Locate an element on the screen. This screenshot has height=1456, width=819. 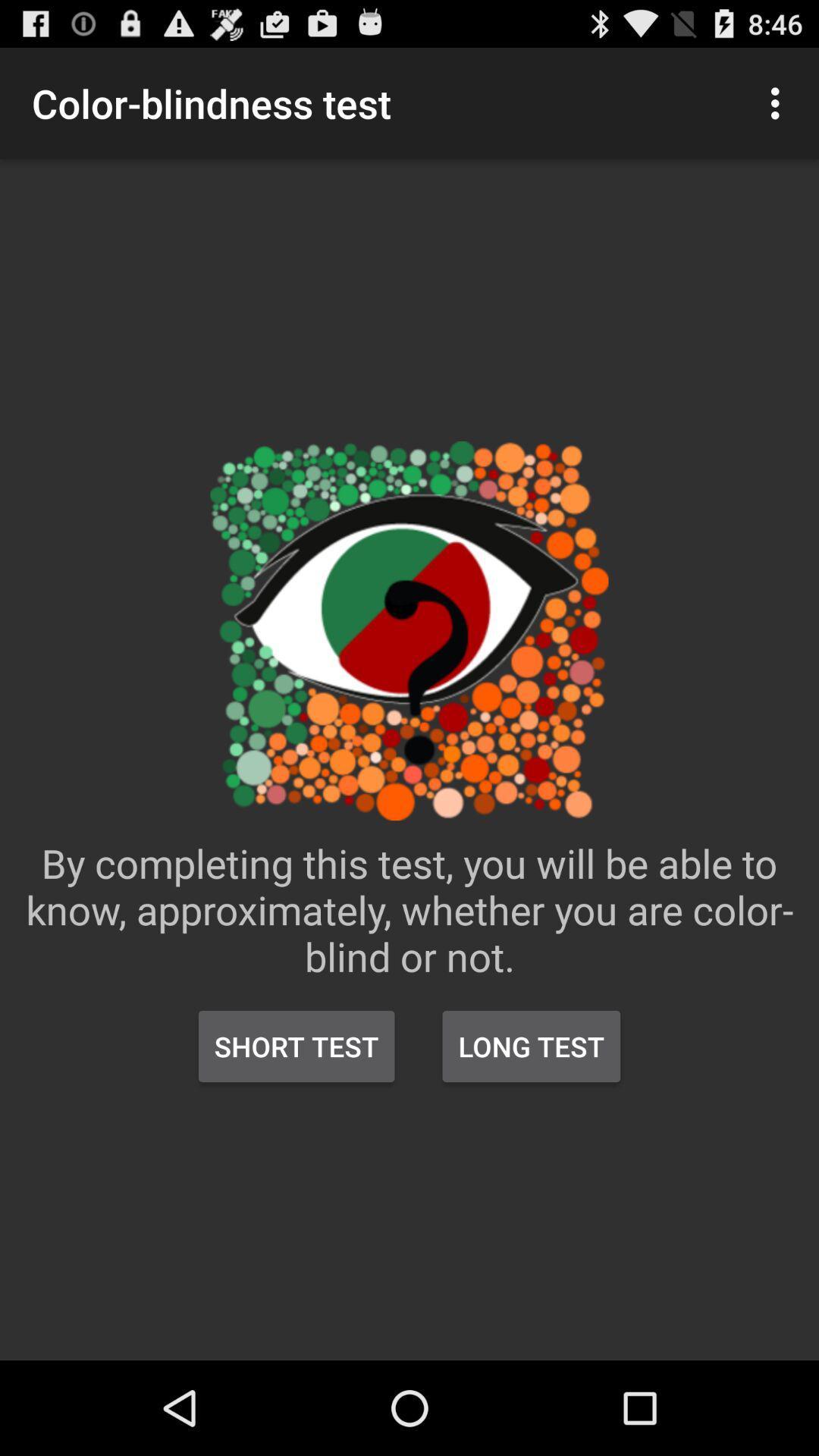
the short test button is located at coordinates (297, 1046).